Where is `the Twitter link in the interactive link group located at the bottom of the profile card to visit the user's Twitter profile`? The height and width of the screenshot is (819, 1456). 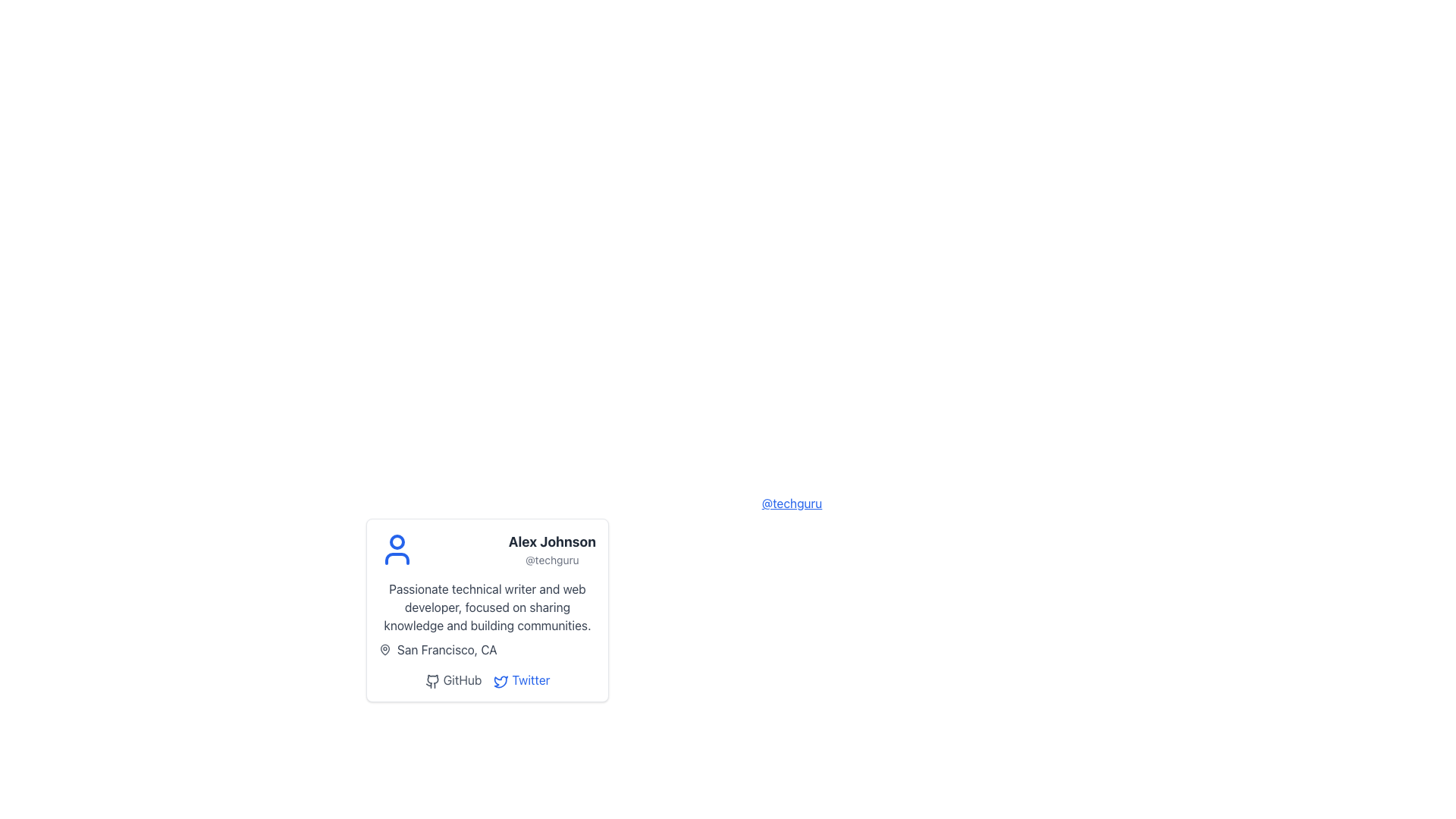
the Twitter link in the interactive link group located at the bottom of the profile card to visit the user's Twitter profile is located at coordinates (488, 679).